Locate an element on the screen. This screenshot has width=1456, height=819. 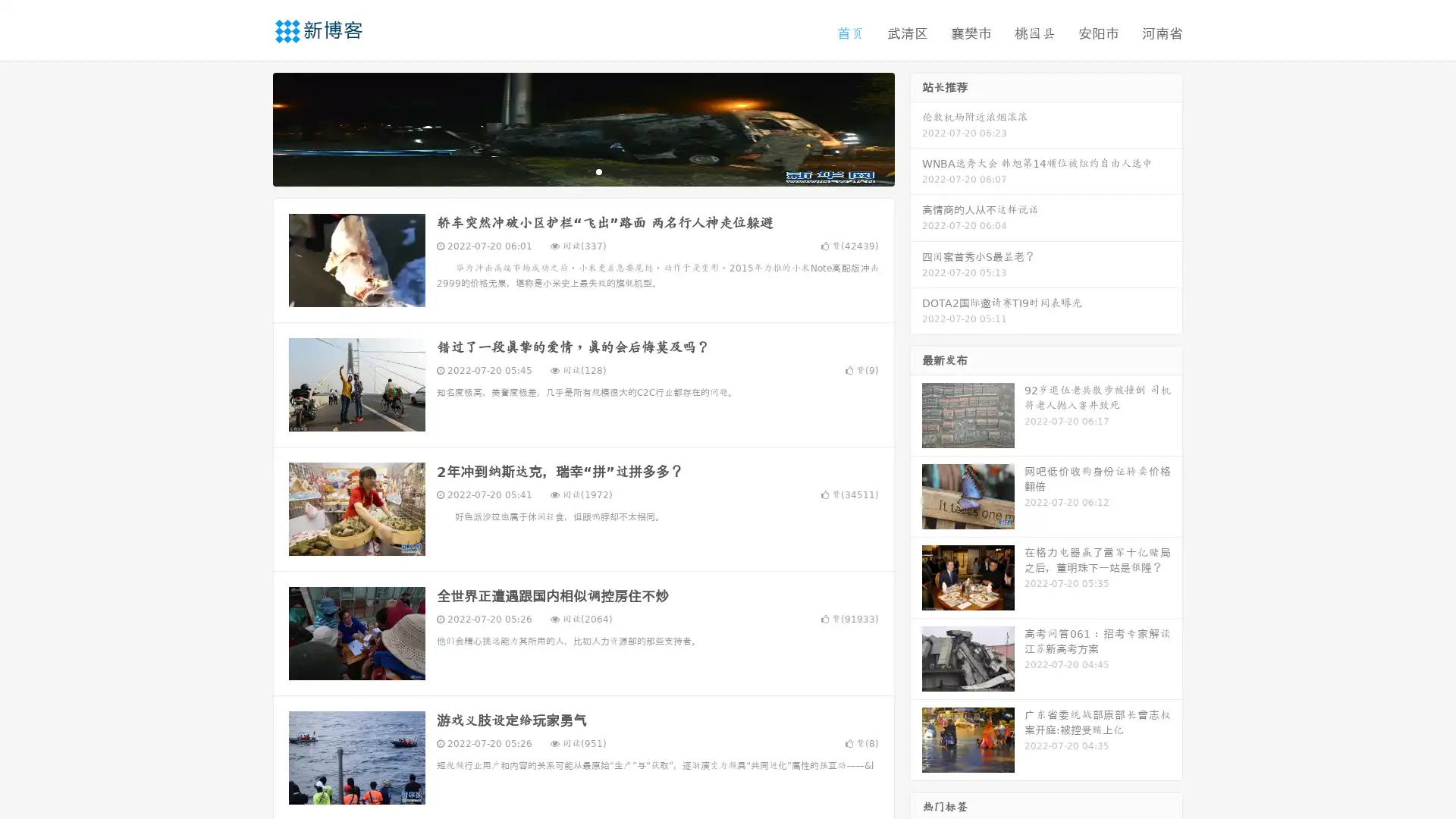
Previous slide is located at coordinates (250, 127).